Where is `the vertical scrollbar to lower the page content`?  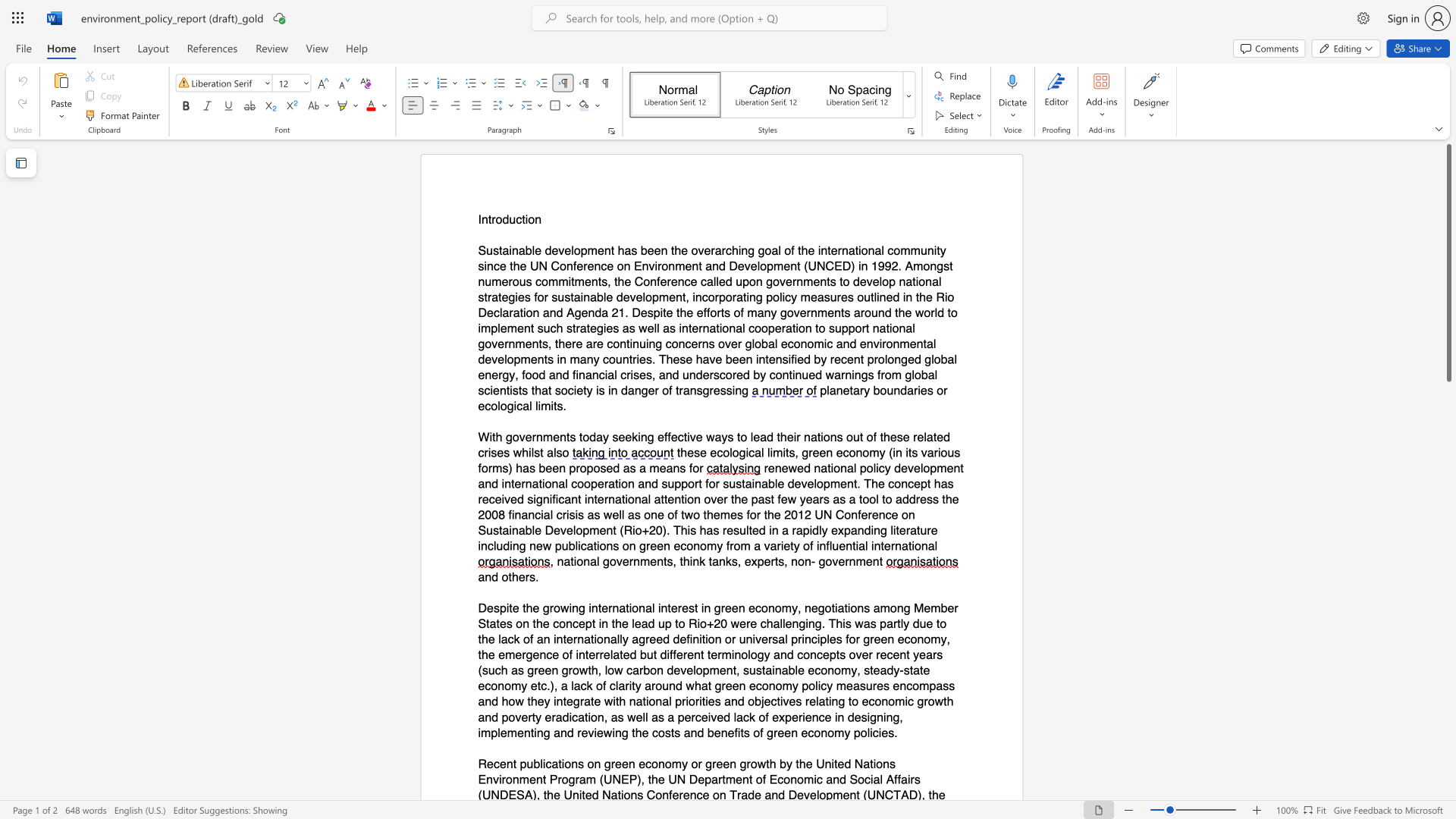
the vertical scrollbar to lower the page content is located at coordinates (1448, 698).